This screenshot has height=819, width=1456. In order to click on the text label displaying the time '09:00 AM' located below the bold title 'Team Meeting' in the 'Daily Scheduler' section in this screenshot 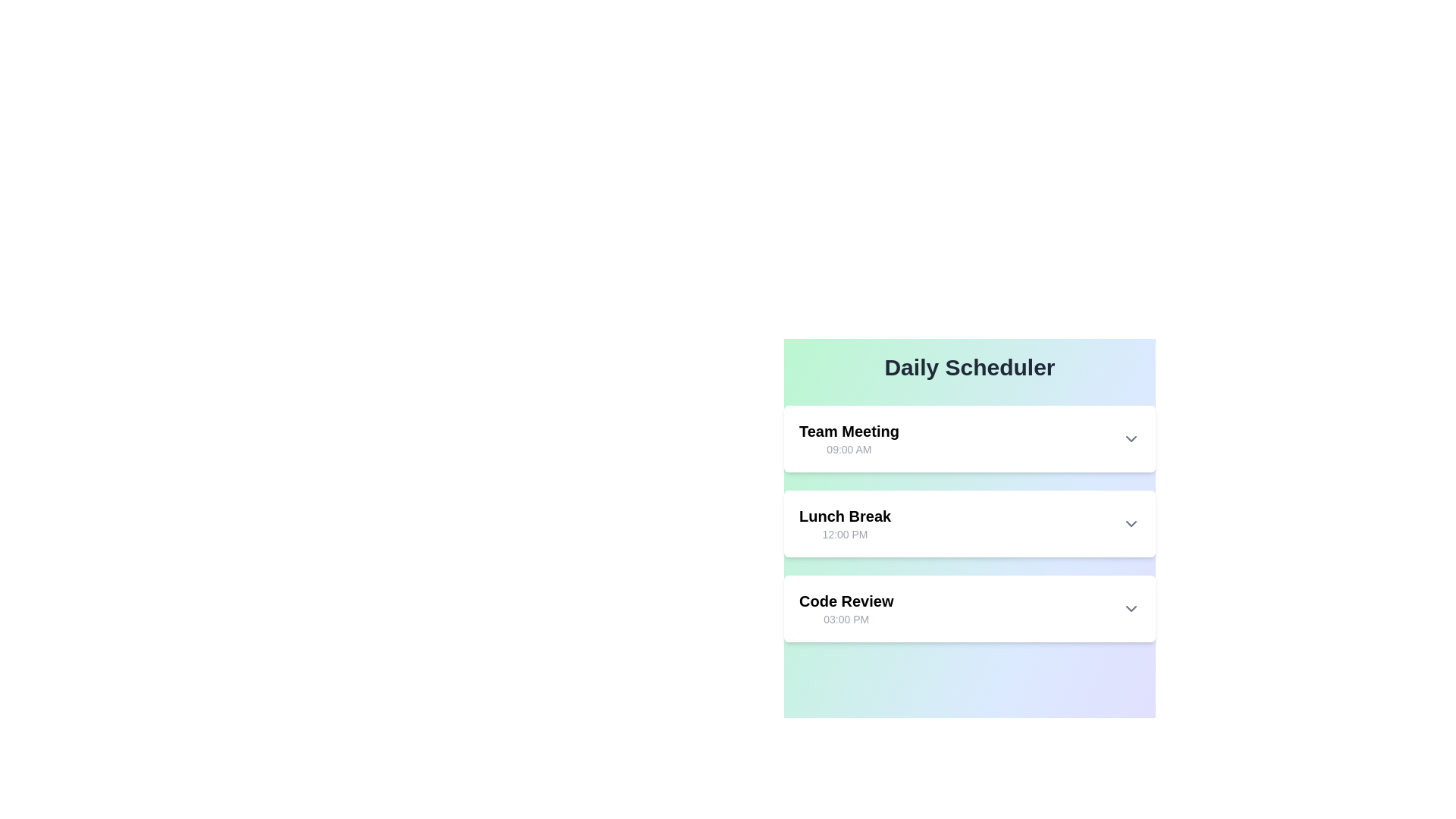, I will do `click(848, 449)`.